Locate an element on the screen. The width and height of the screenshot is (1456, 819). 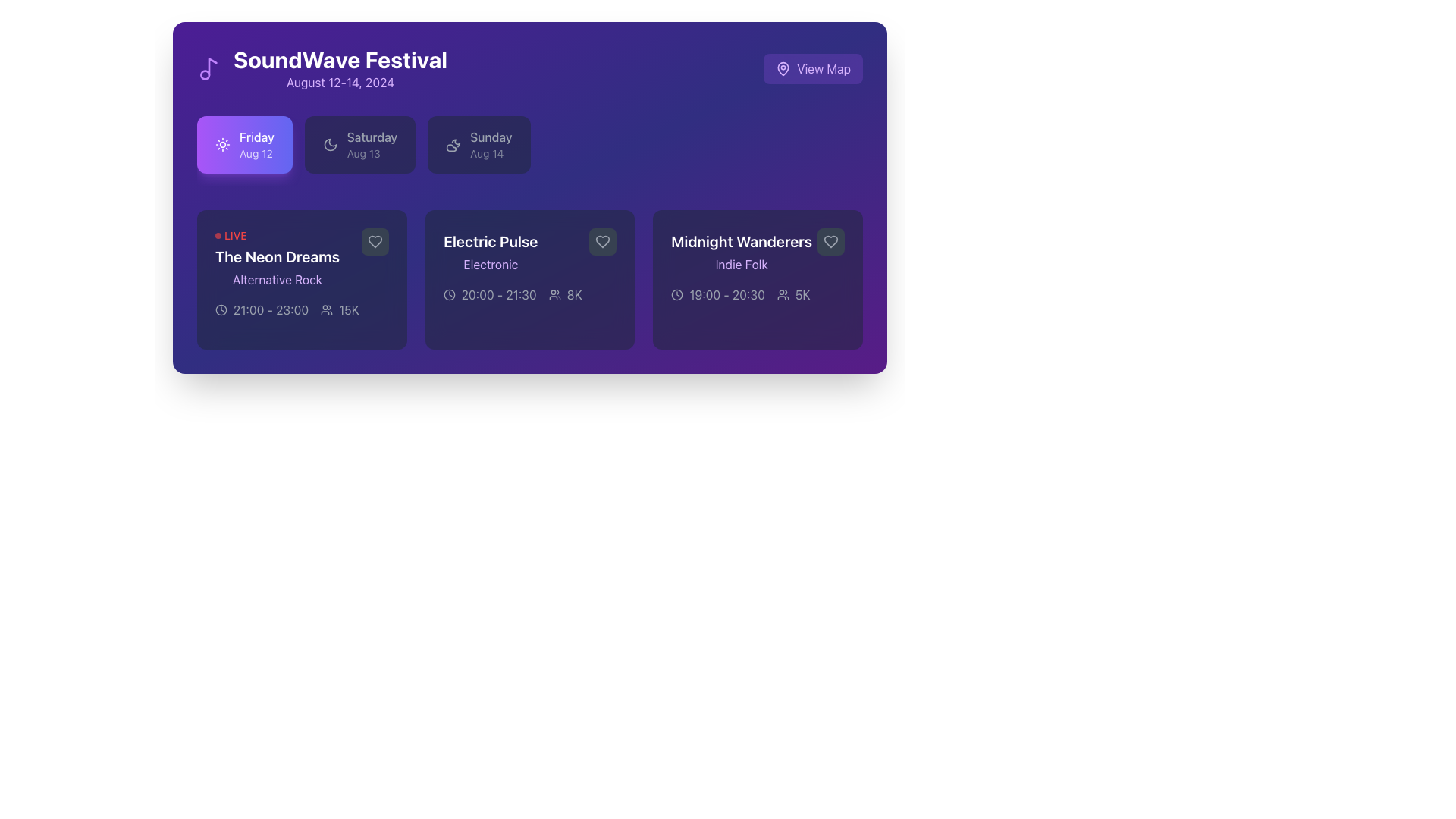
the text label indicating the name and genre of the featured musical act, located in the bottom-right section of the rightmost card in a row of three card components is located at coordinates (742, 250).